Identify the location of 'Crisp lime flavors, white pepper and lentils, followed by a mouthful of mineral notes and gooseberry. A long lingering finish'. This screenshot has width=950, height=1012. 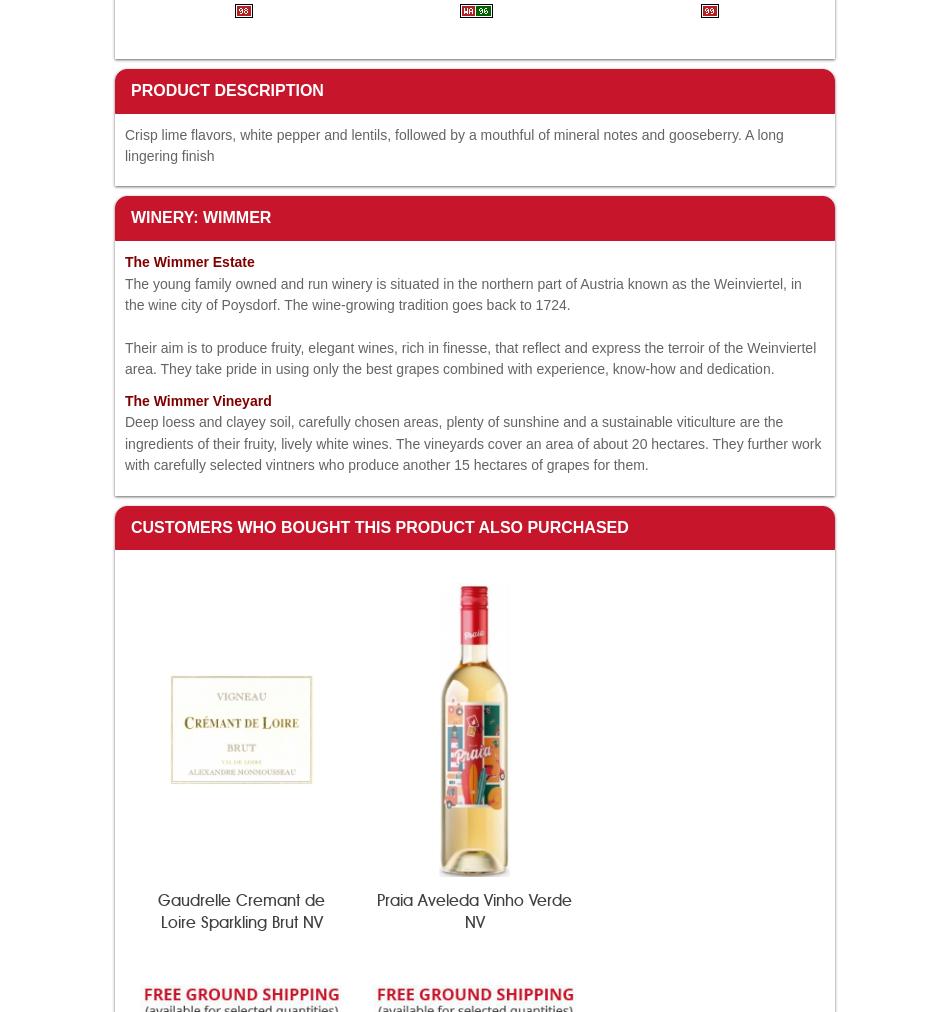
(453, 145).